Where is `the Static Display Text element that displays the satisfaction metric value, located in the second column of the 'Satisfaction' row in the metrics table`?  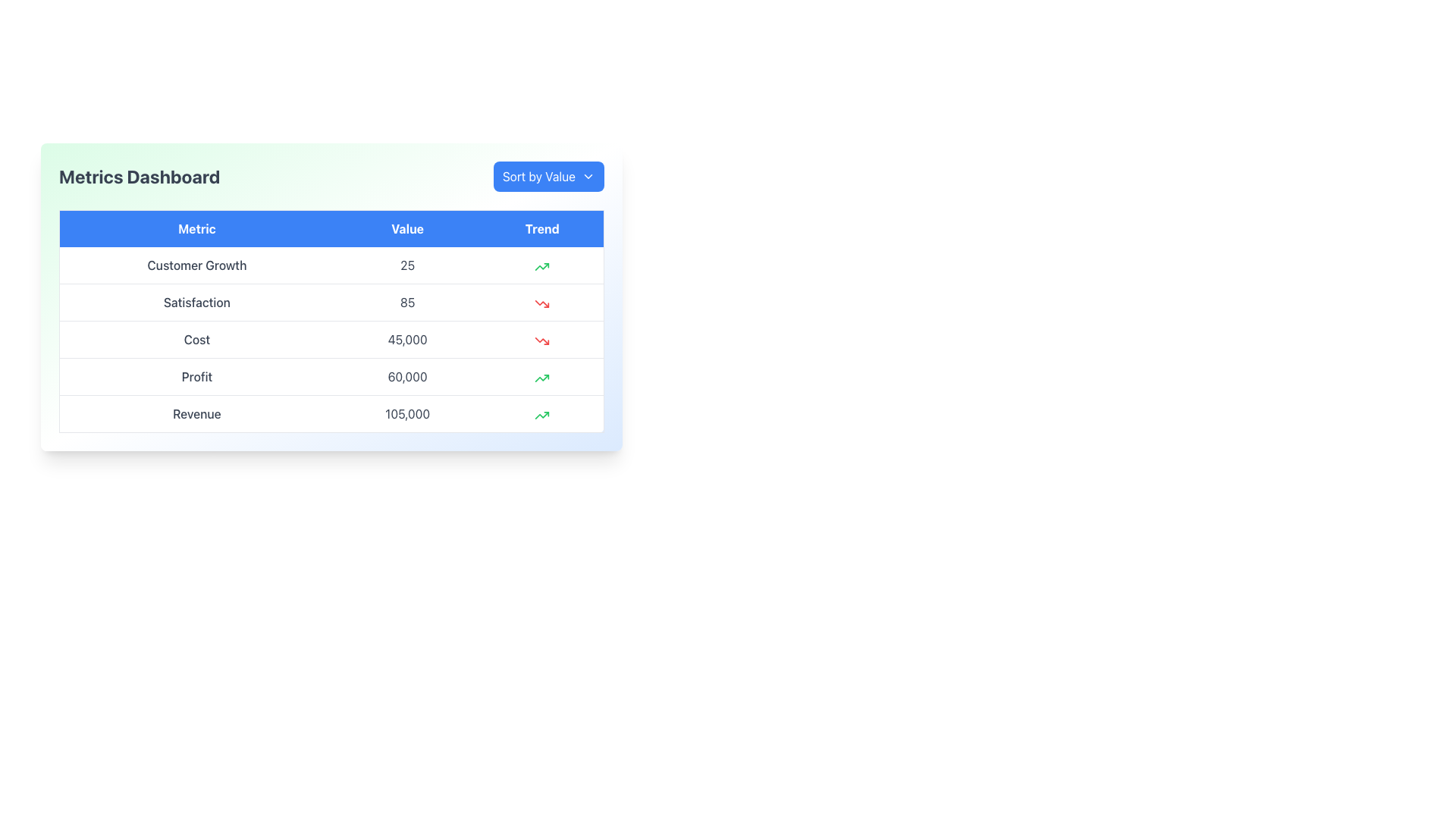
the Static Display Text element that displays the satisfaction metric value, located in the second column of the 'Satisfaction' row in the metrics table is located at coordinates (407, 302).